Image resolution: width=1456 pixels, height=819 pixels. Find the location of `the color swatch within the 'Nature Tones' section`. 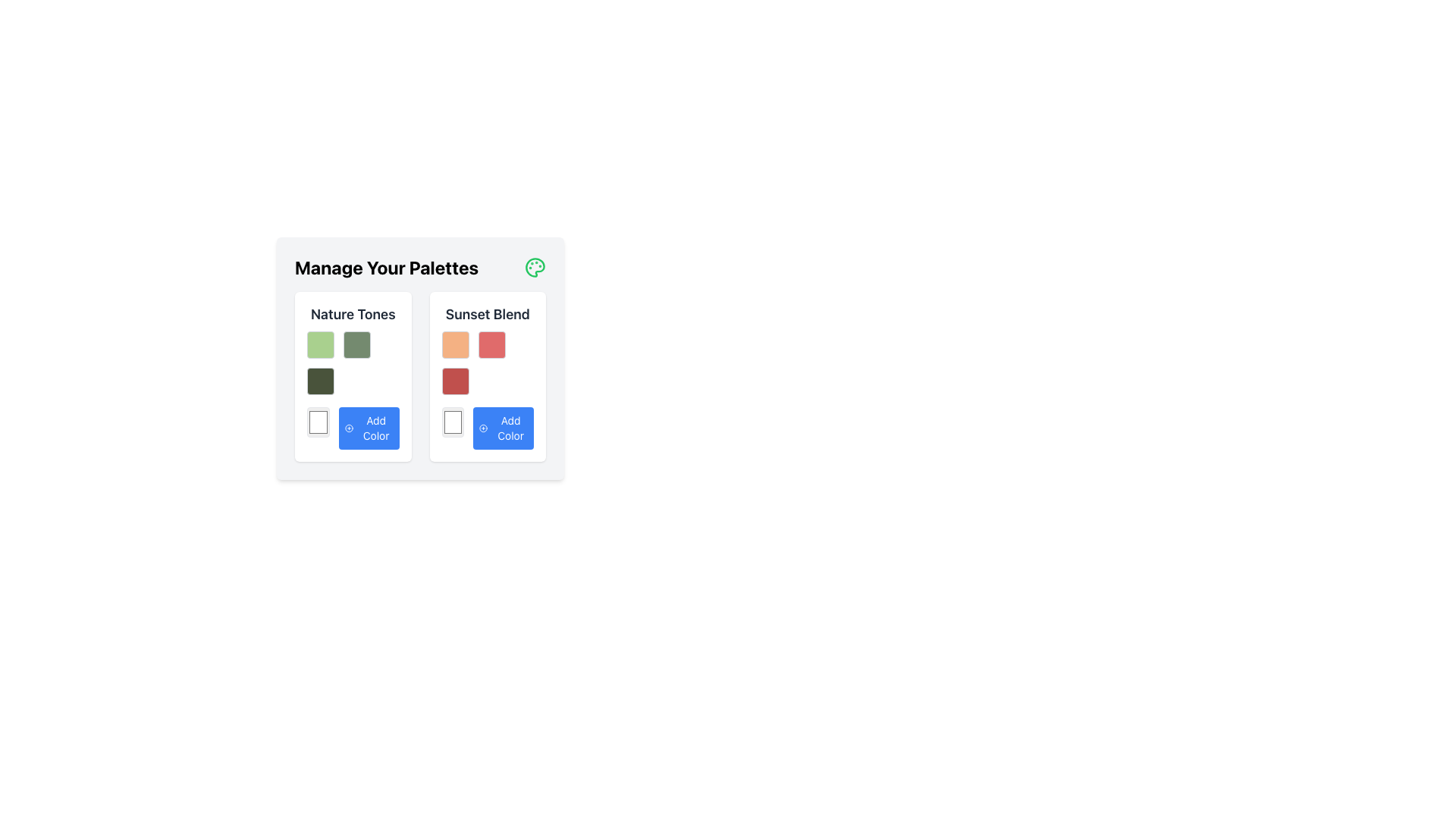

the color swatch within the 'Nature Tones' section is located at coordinates (352, 362).